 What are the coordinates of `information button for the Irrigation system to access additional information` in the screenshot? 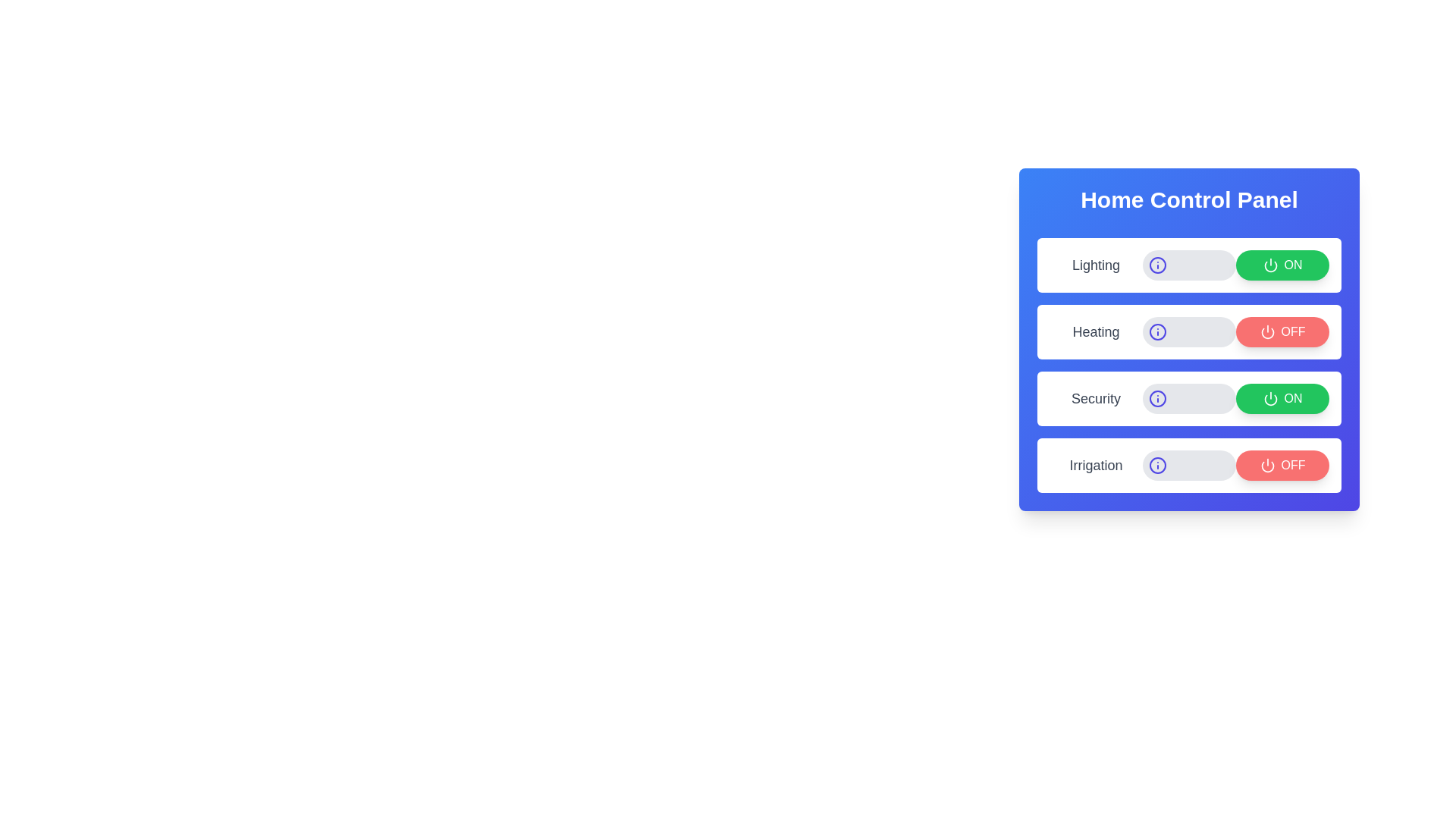 It's located at (1156, 464).